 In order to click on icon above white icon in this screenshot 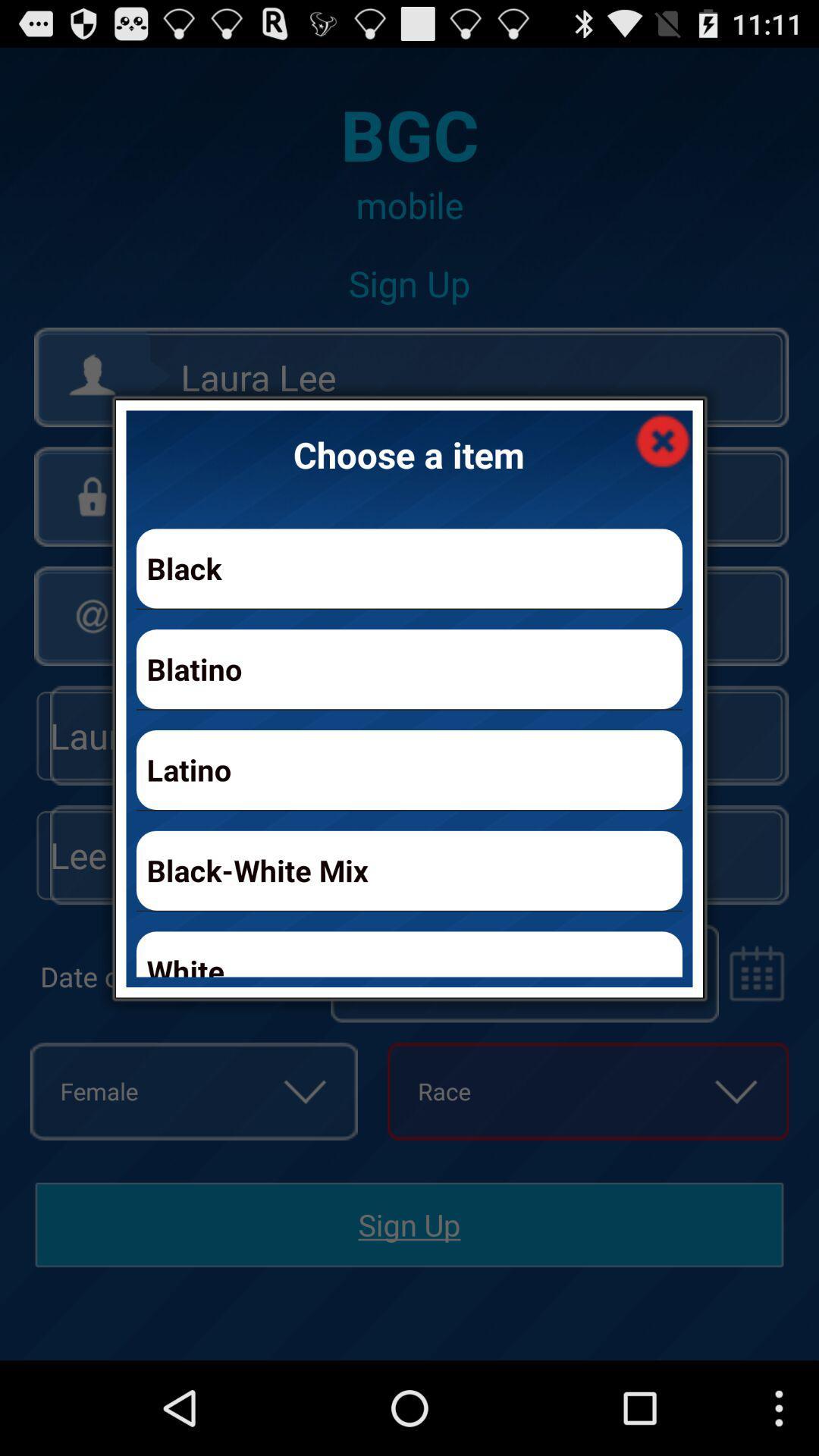, I will do `click(409, 871)`.